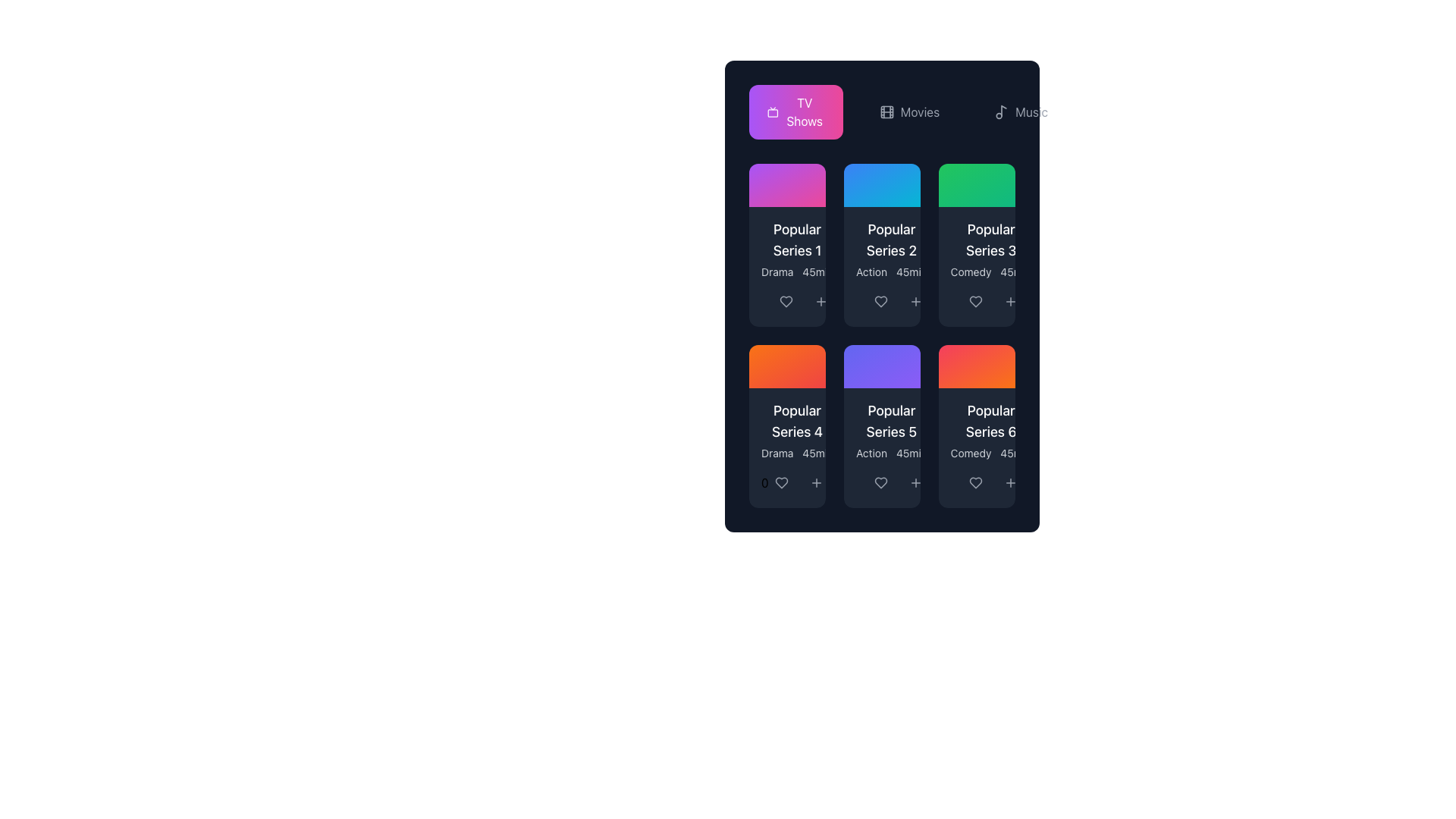  What do you see at coordinates (796, 430) in the screenshot?
I see `the Information Card located in the second row, first column of the grid, which displays a series title, genre, and duration` at bounding box center [796, 430].